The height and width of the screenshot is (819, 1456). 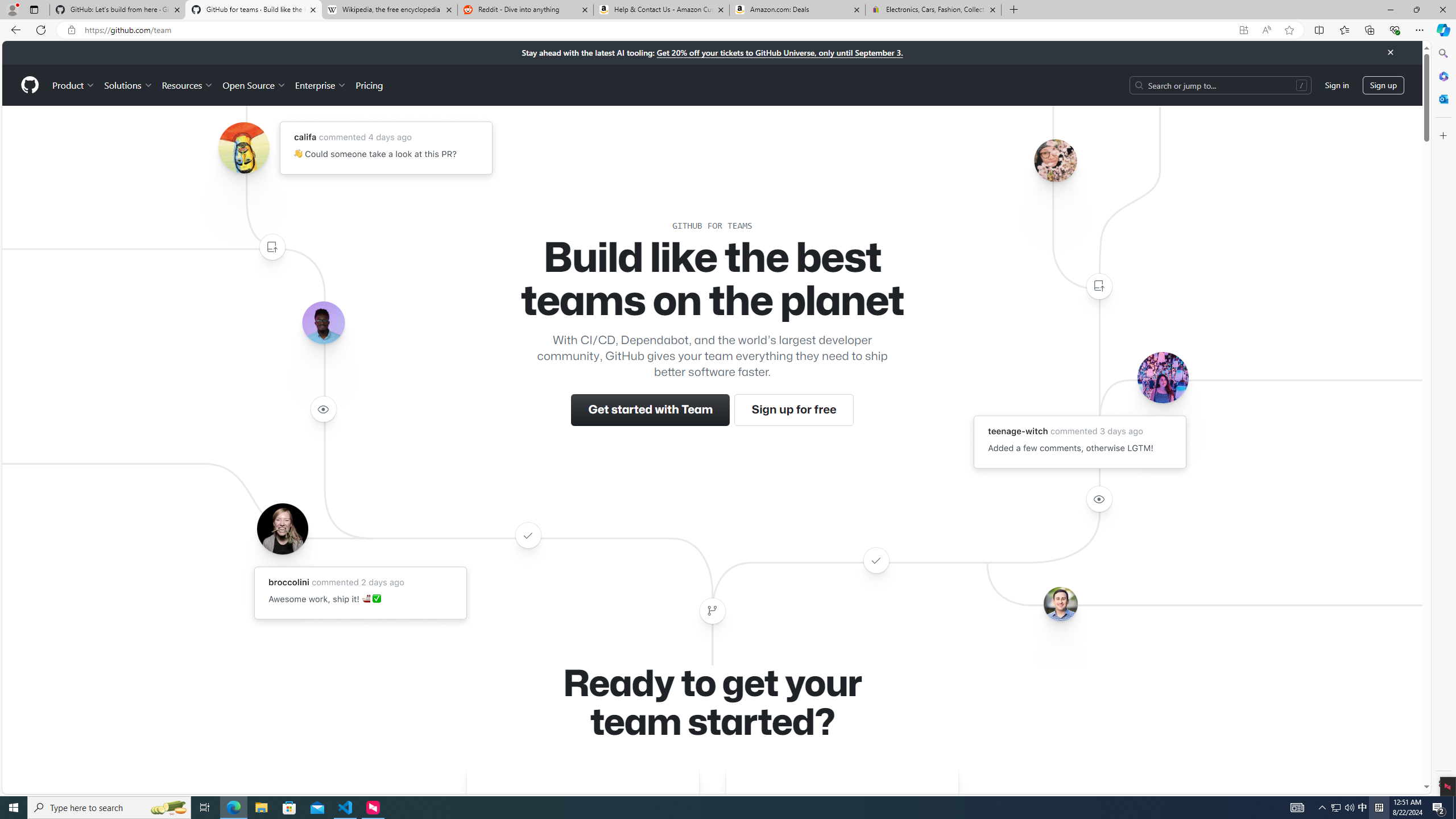 I want to click on 'Avatar of the user lerebear', so click(x=322, y=322).